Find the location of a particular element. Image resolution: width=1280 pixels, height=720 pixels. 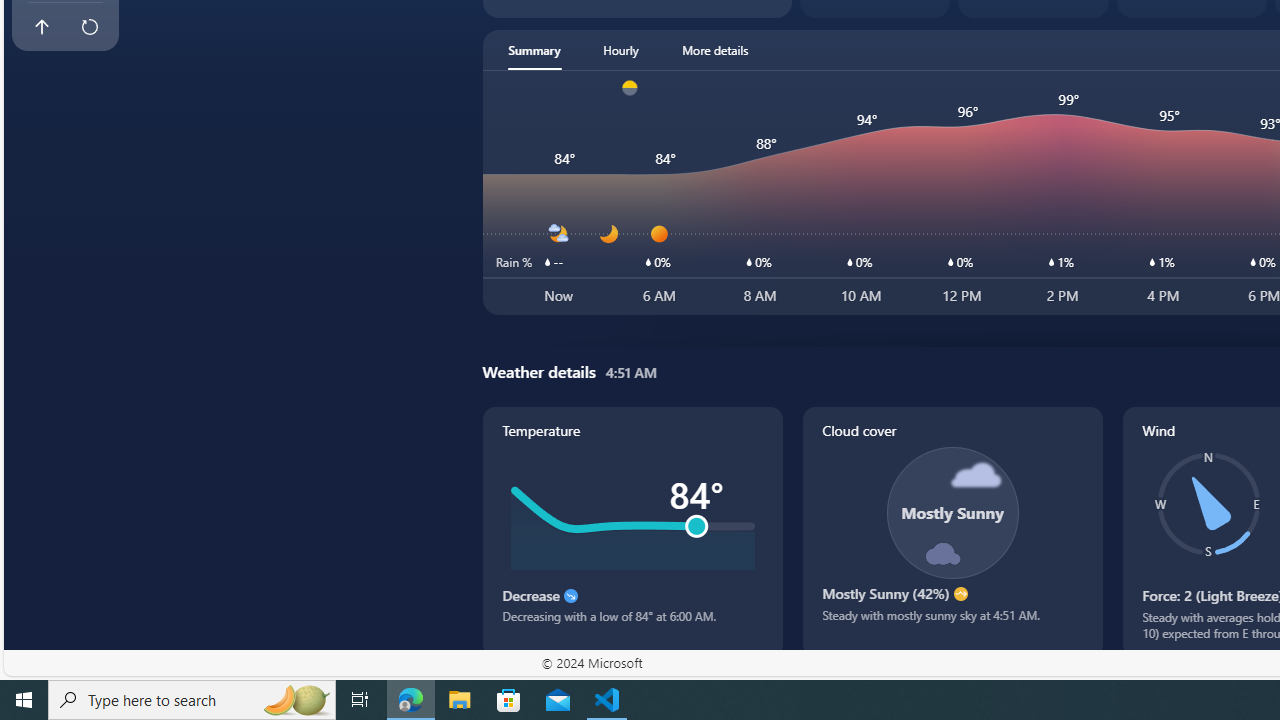

'Steady with mostly sunny sky at 4:51 AM.' is located at coordinates (951, 622).